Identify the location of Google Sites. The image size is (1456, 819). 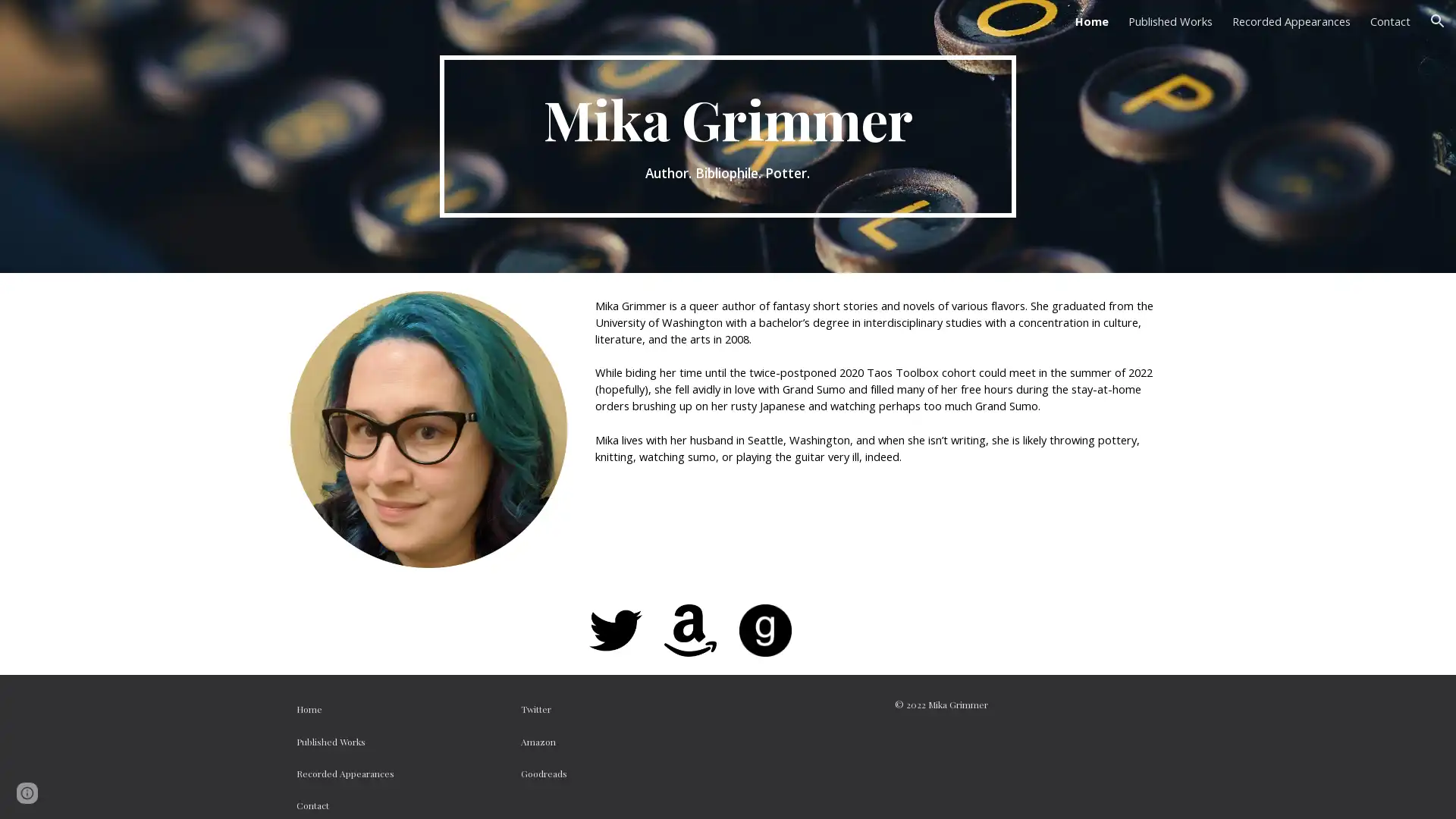
(73, 792).